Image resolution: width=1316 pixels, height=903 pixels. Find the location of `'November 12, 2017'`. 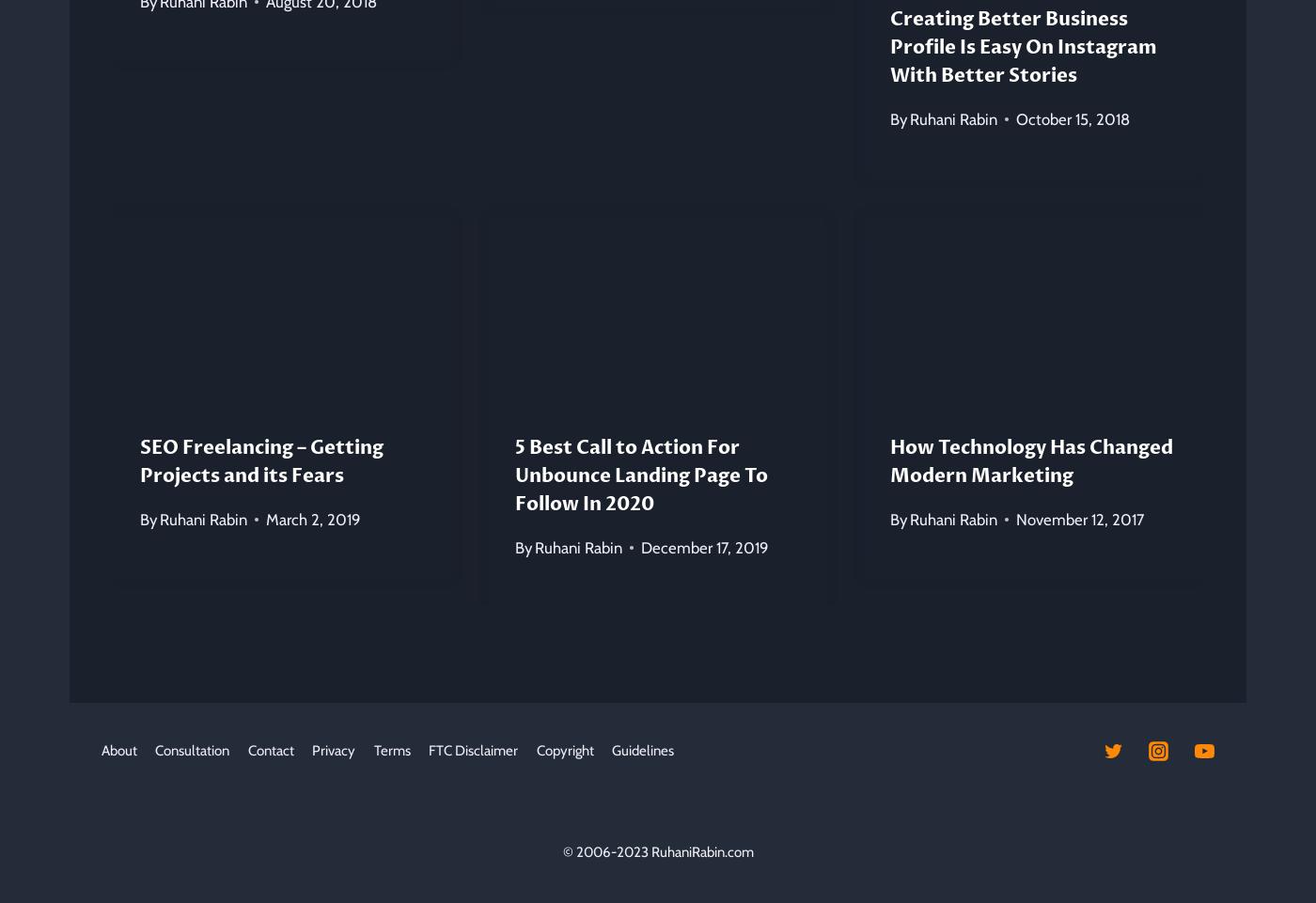

'November 12, 2017' is located at coordinates (1079, 517).